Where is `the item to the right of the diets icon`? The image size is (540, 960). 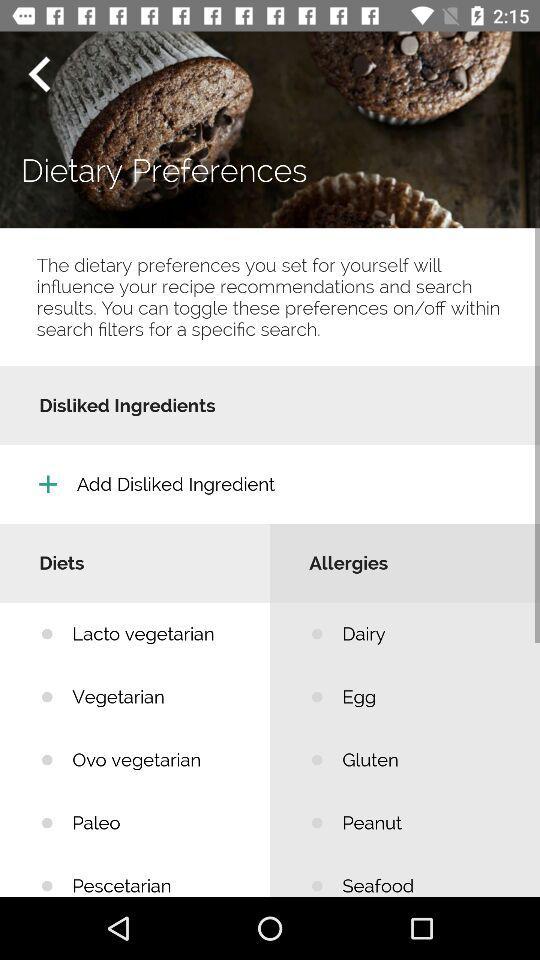 the item to the right of the diets icon is located at coordinates (425, 633).